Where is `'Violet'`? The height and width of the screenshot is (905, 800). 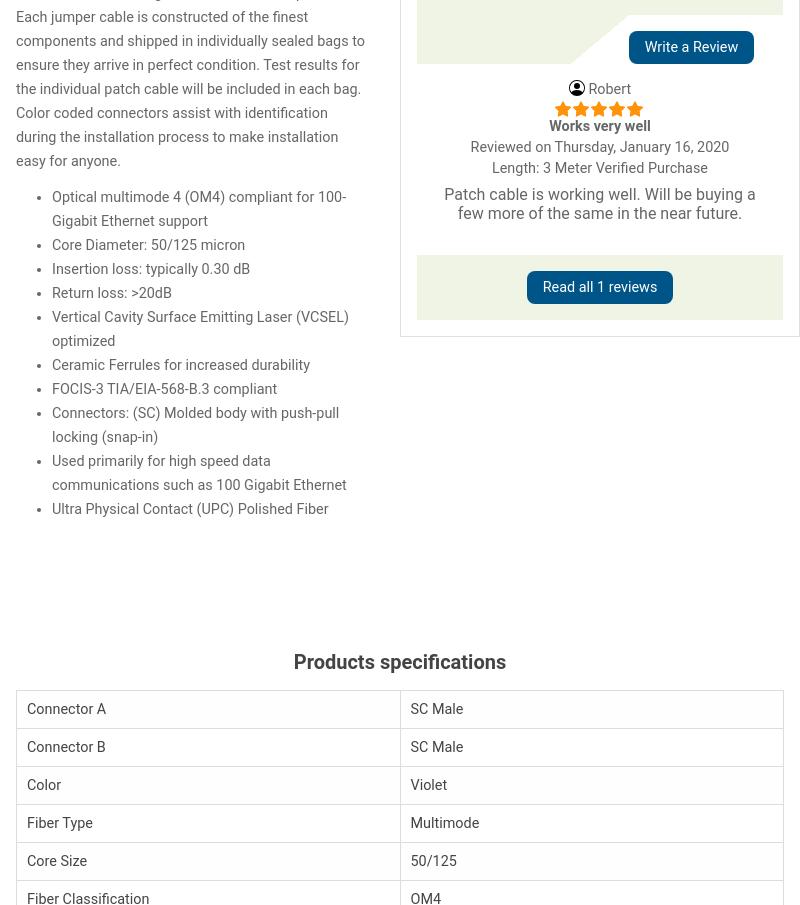
'Violet' is located at coordinates (428, 784).